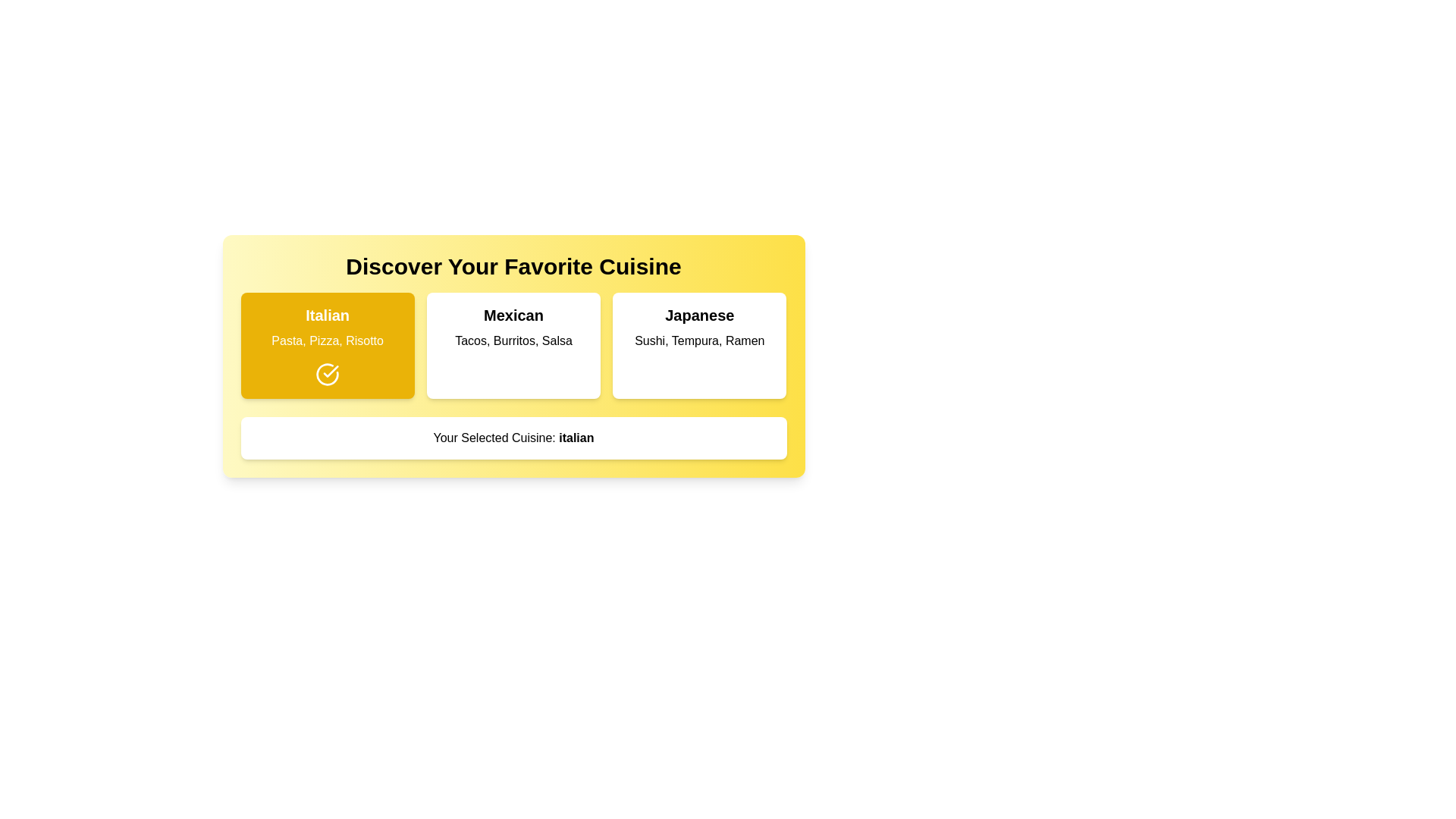 This screenshot has width=1456, height=819. I want to click on the checkmark icon representing visual confirmation for the Italian cuisine option, located in the lower-right quadrant of the yellow Italian card, so click(330, 371).